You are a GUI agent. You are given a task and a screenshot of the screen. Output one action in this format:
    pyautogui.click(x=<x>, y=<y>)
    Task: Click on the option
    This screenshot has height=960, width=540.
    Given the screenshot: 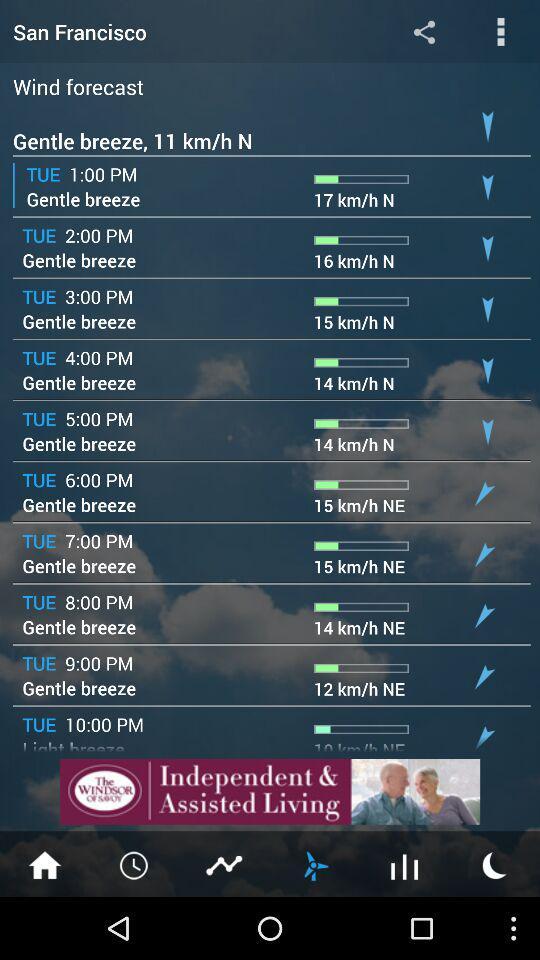 What is the action you would take?
    pyautogui.click(x=500, y=30)
    